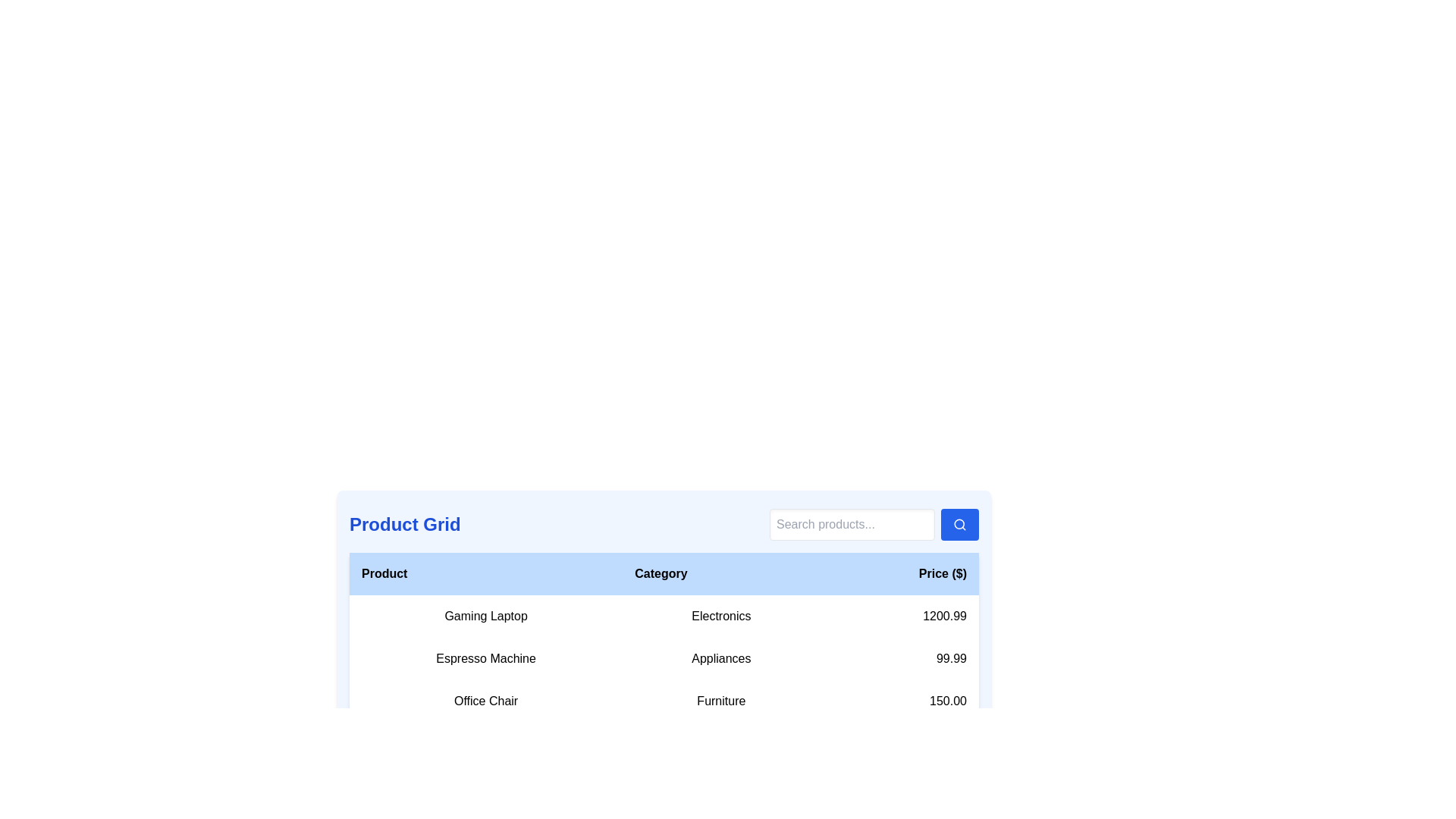  Describe the element at coordinates (664, 617) in the screenshot. I see `the first row of the table containing 'Gaming Laptop', 'Electronics', and '1200.99'` at that location.